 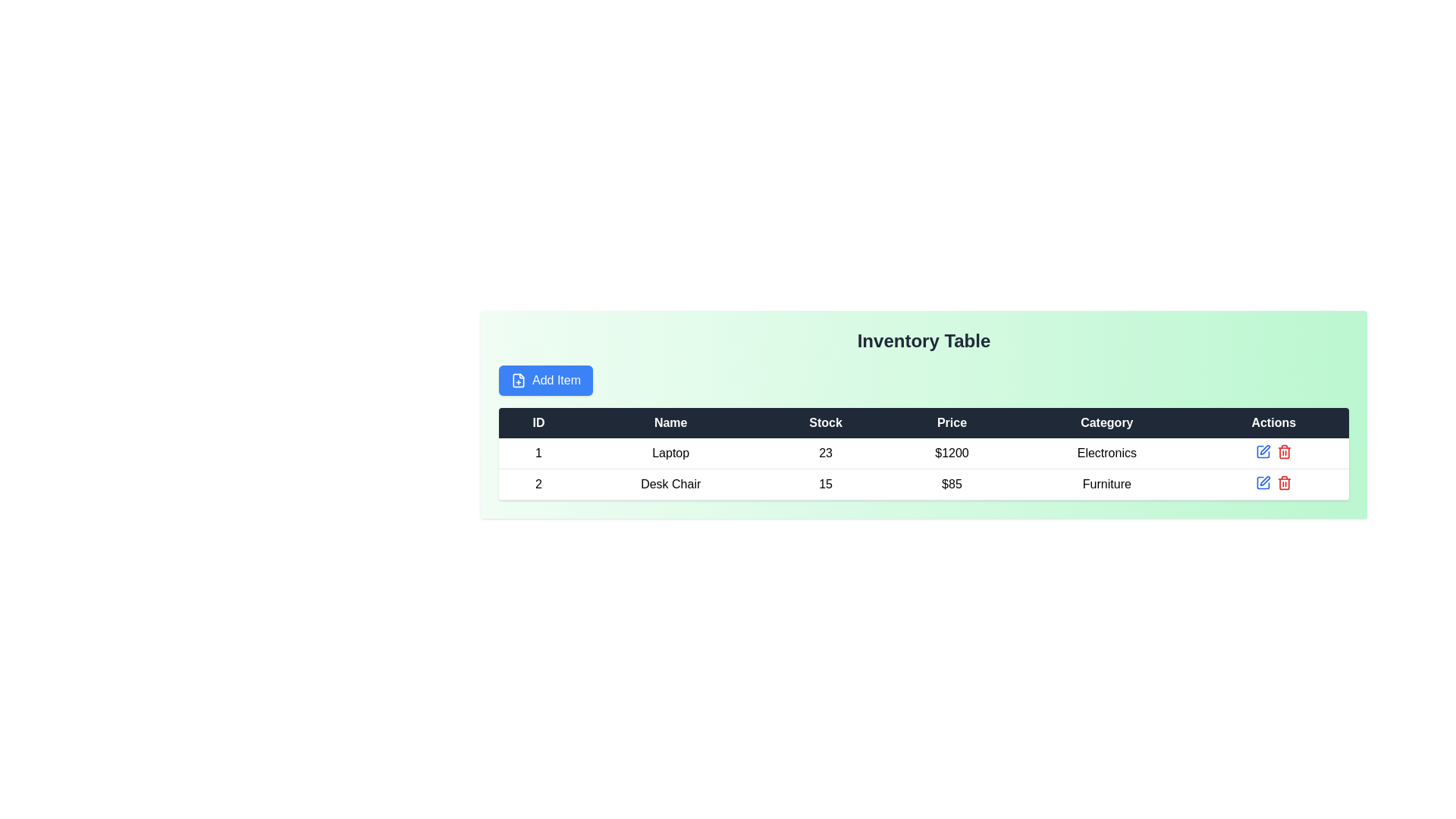 What do you see at coordinates (825, 423) in the screenshot?
I see `text of the 'Stock' label, which is the third label in a header row of a table, displayed in white font on a dark background` at bounding box center [825, 423].